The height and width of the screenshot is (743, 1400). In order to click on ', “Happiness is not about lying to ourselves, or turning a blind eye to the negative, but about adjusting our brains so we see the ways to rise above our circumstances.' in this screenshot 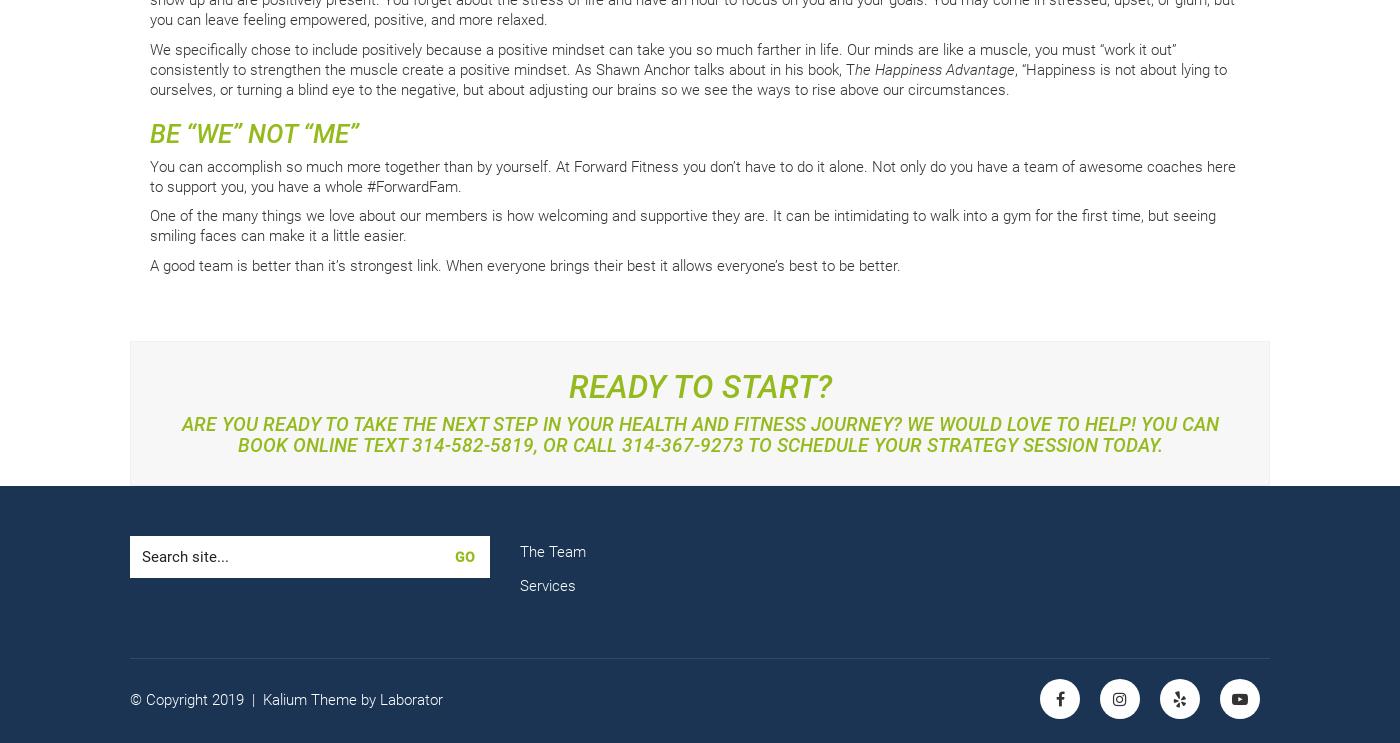, I will do `click(688, 78)`.